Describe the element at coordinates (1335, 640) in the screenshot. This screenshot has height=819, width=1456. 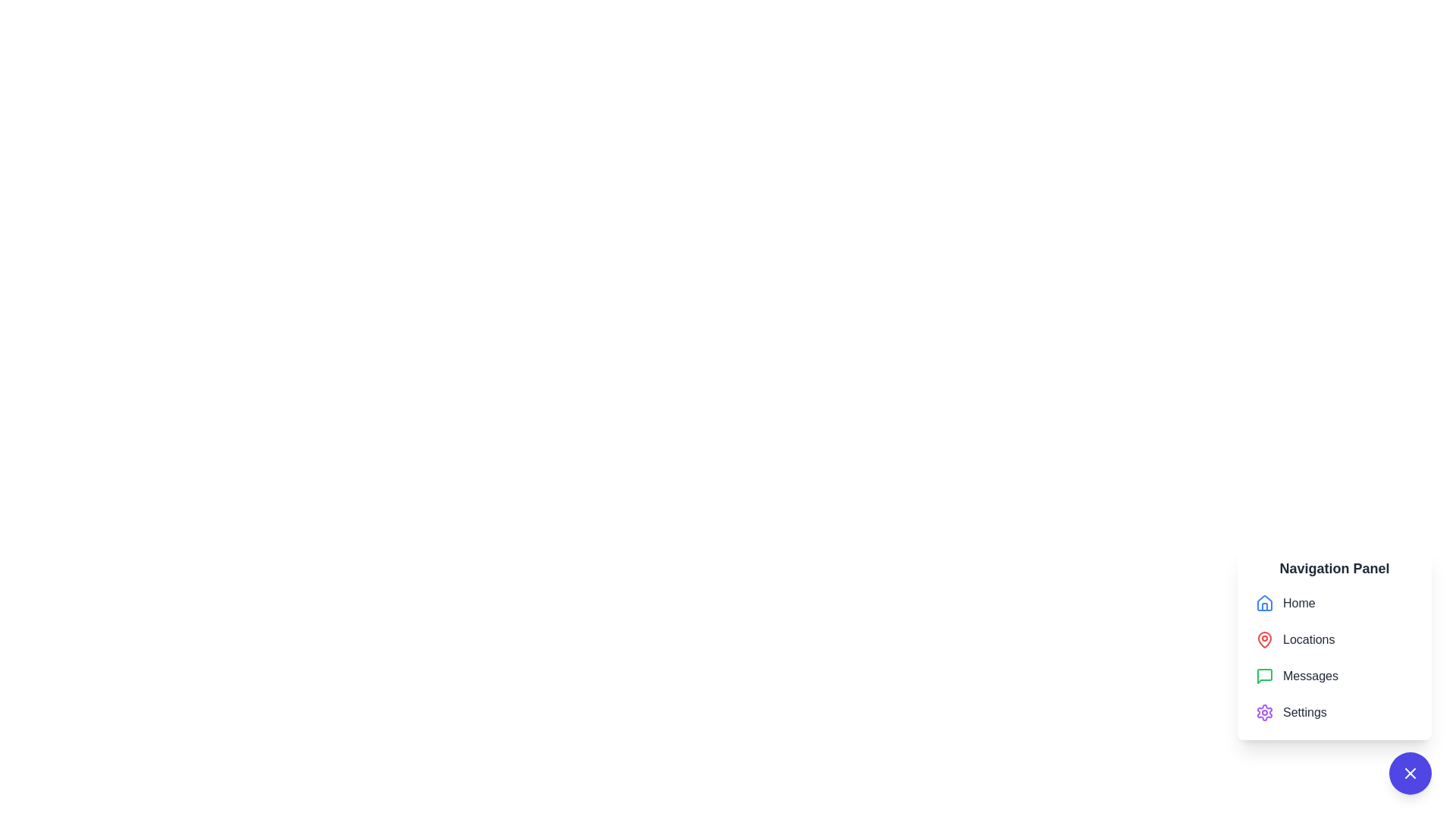
I see `the 'Locations' navigational link, which is the second option in the vertical panel, featuring a red map pin icon and bold dark gray text` at that location.